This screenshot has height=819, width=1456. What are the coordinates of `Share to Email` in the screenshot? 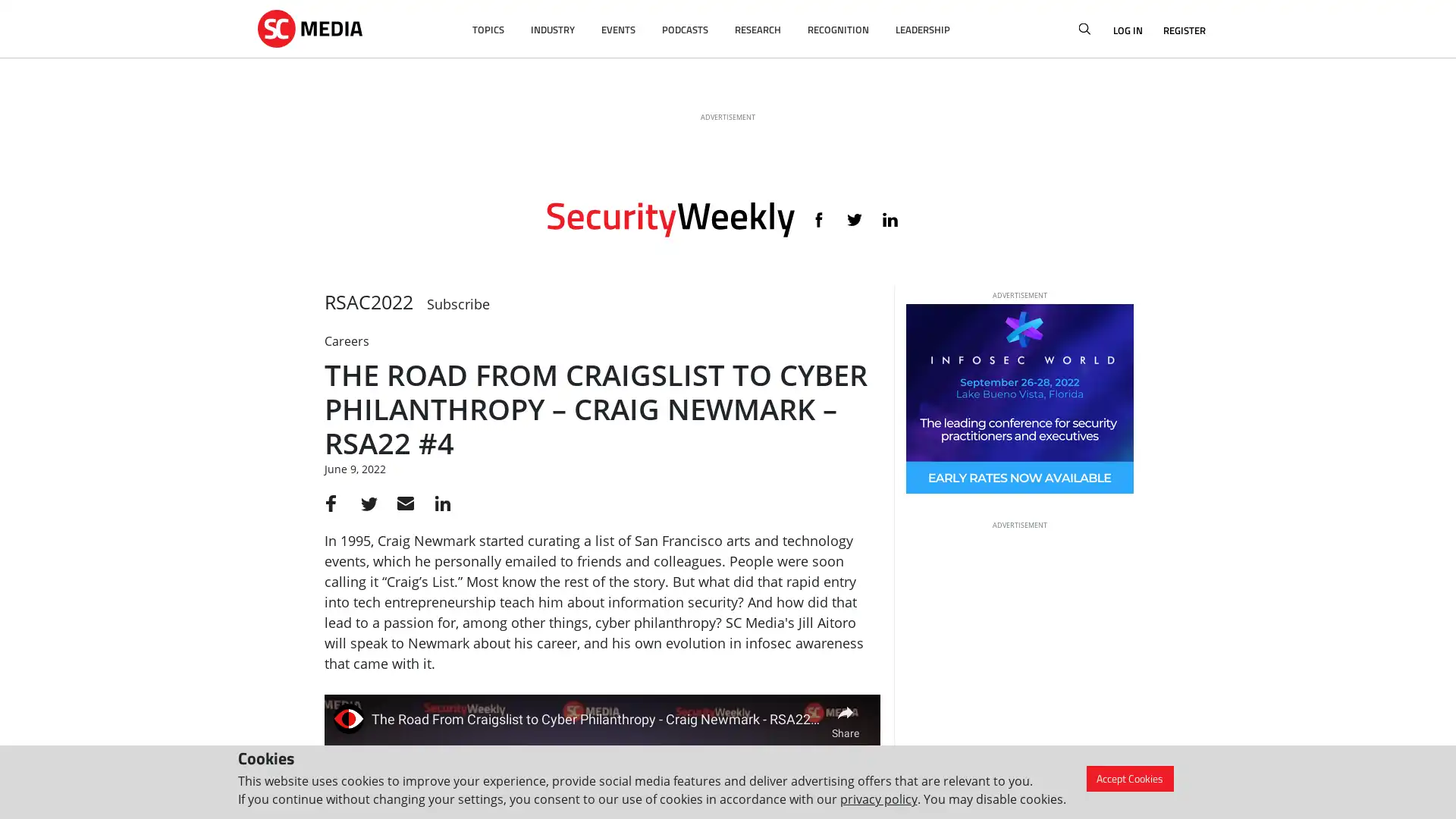 It's located at (400, 503).